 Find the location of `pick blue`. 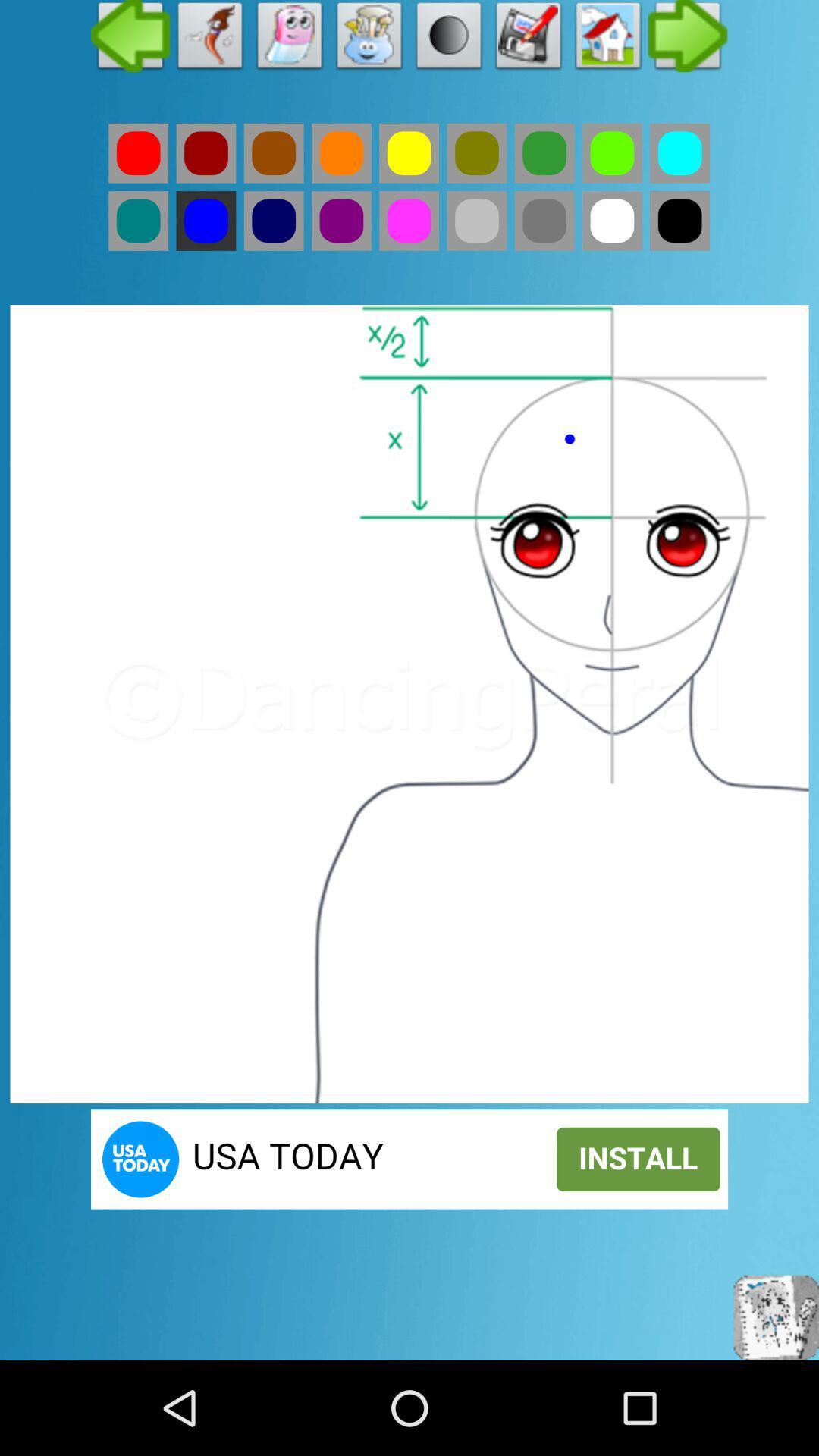

pick blue is located at coordinates (206, 220).